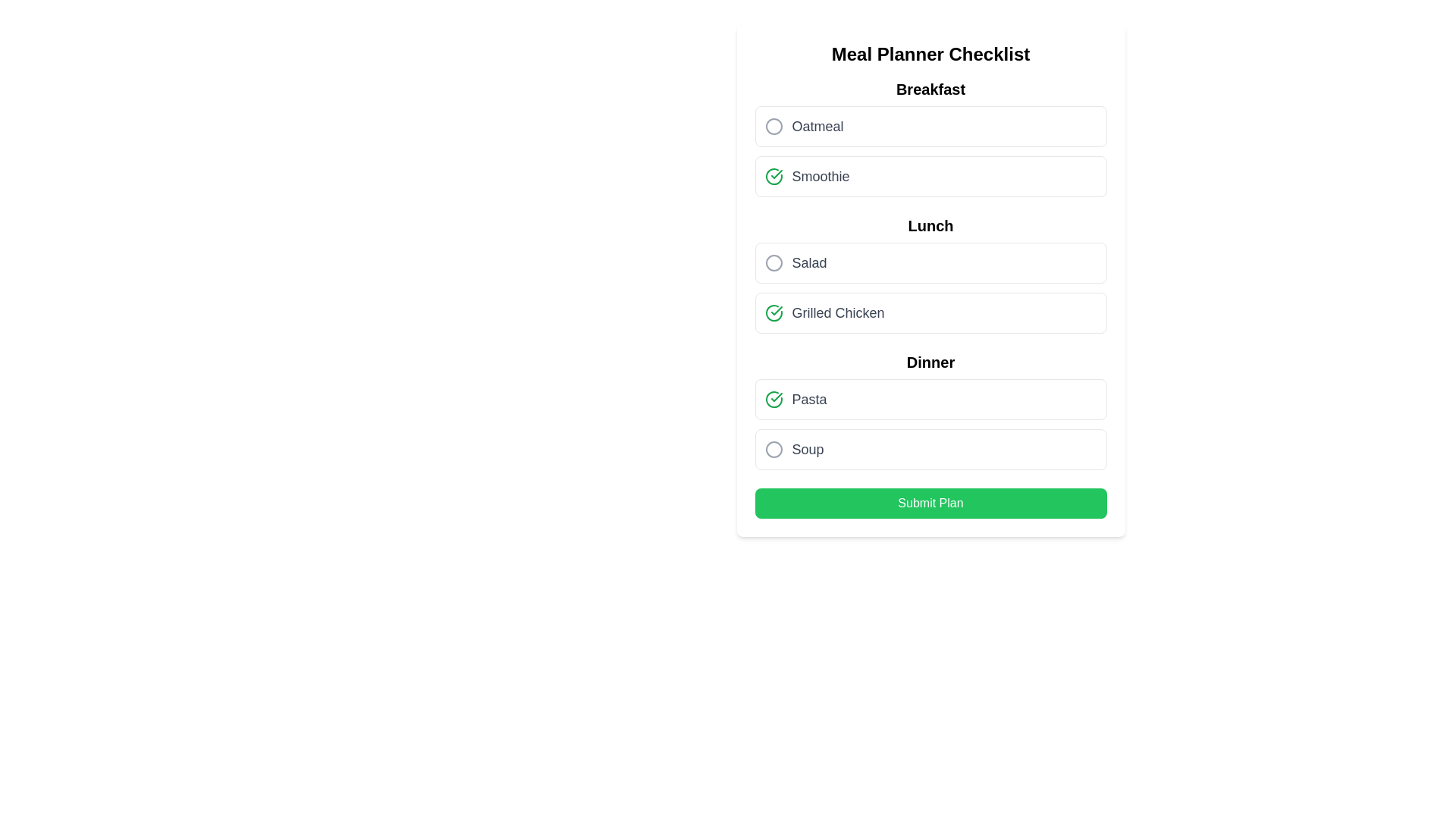 This screenshot has height=819, width=1456. Describe the element at coordinates (773, 449) in the screenshot. I see `the decorative circular marker indicating the 'Soup' choice in the 'Dinner' section of the checklist` at that location.